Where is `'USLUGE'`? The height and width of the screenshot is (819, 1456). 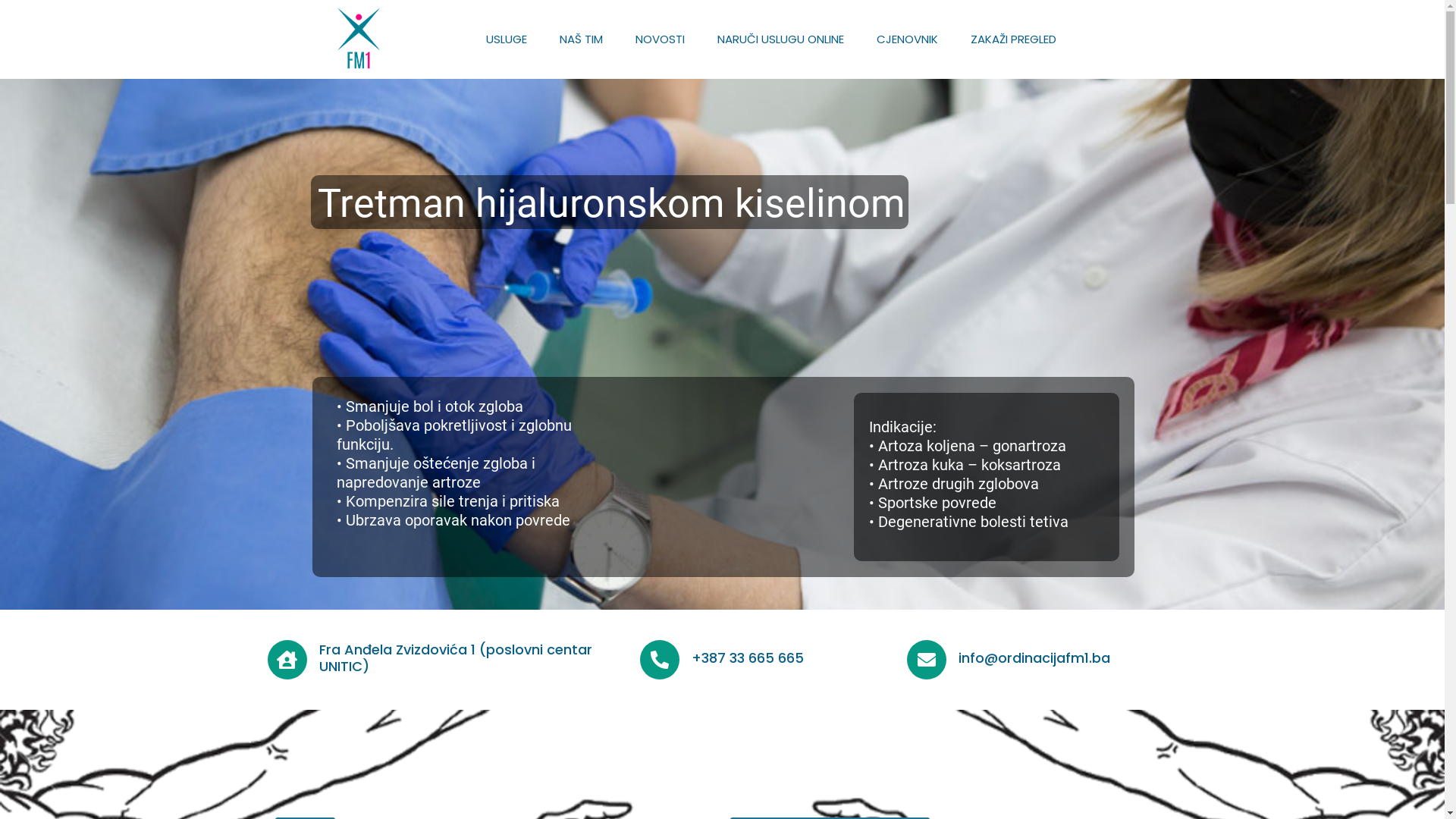
'USLUGE' is located at coordinates (506, 38).